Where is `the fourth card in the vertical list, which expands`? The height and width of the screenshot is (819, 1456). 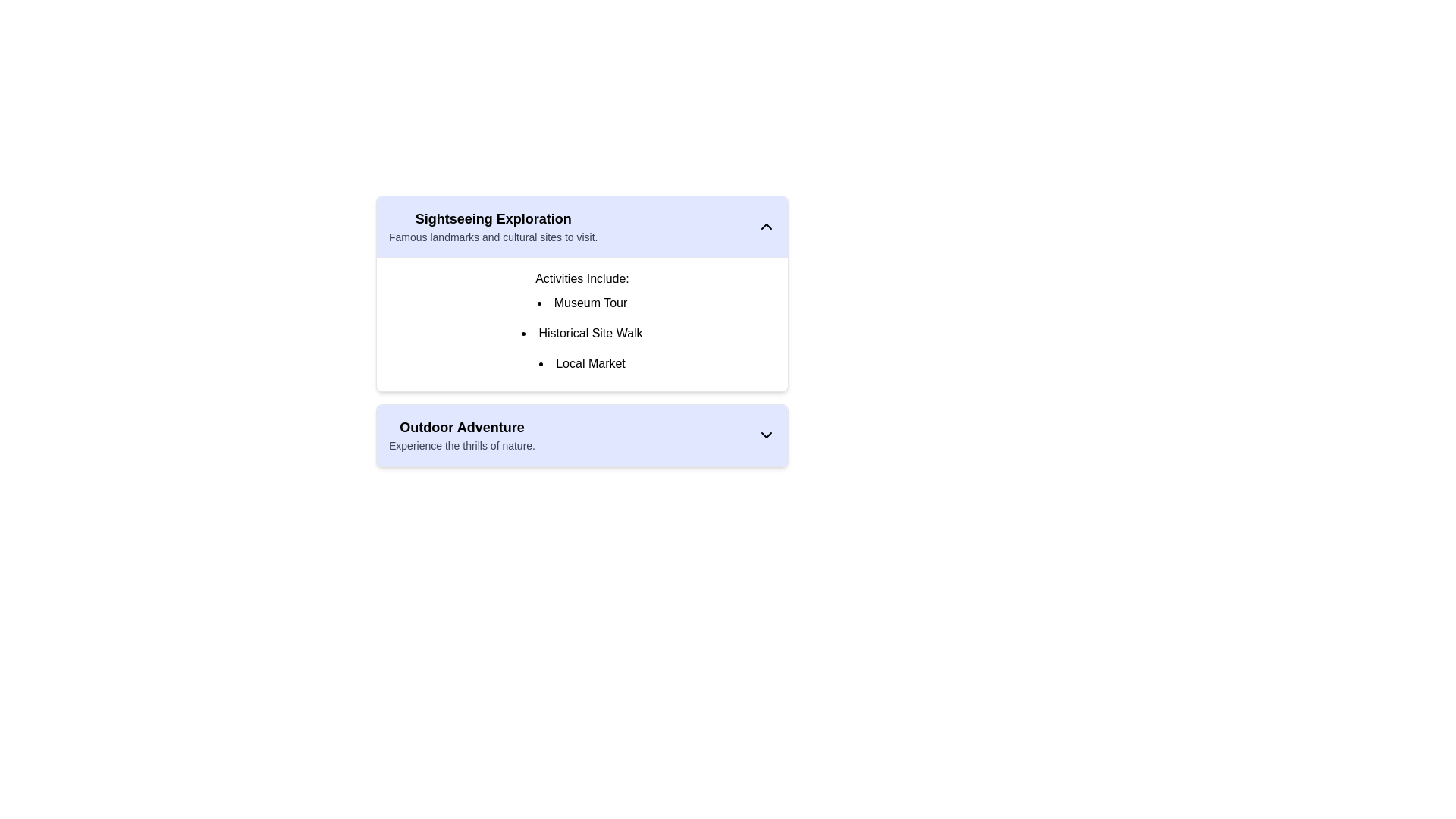
the fourth card in the vertical list, which expands is located at coordinates (582, 435).